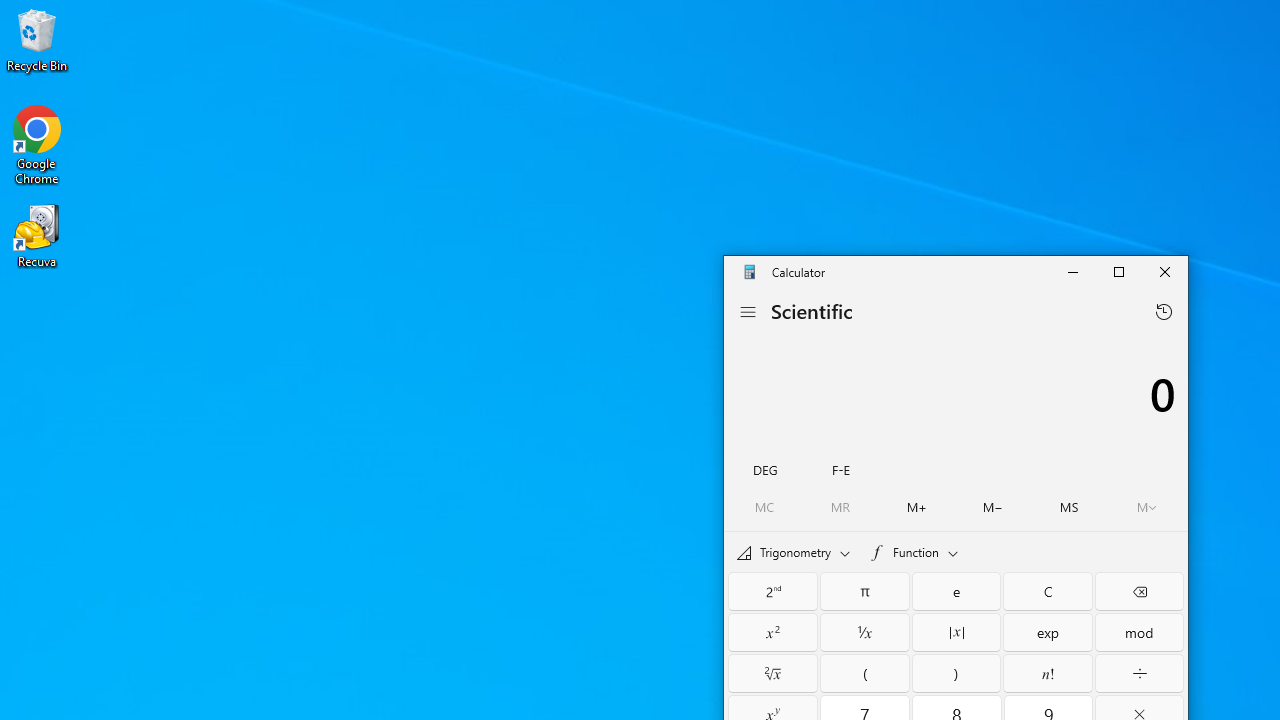 The image size is (1280, 720). Describe the element at coordinates (747, 311) in the screenshot. I see `'Open Navigation'` at that location.